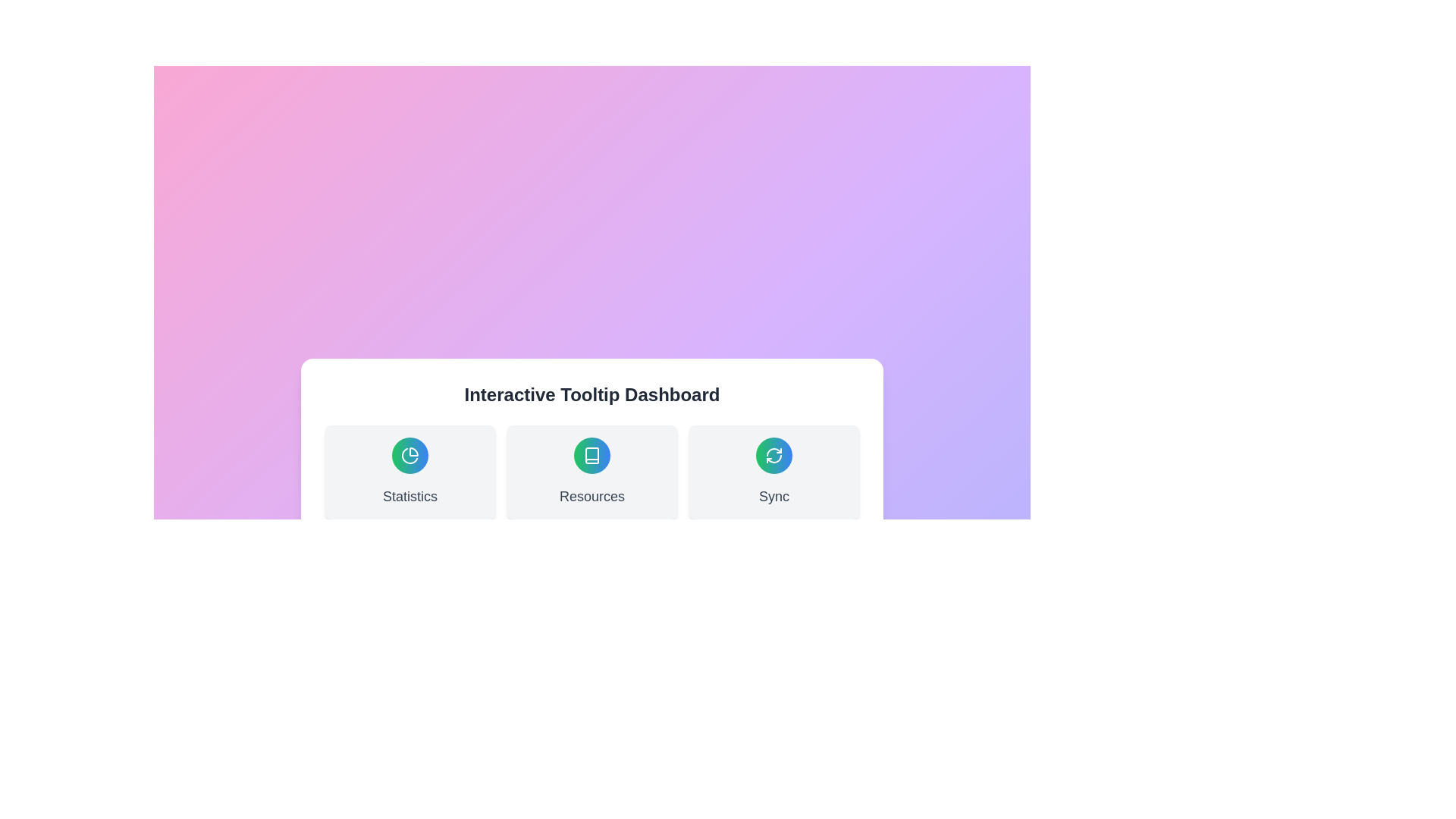 Image resolution: width=1456 pixels, height=819 pixels. I want to click on the circular refresh icon located in the rightmost panel under the title 'Interactive Tooltip Dashboard', which features two white arrows on a gradient background transitioning from green to blue, so click(774, 455).